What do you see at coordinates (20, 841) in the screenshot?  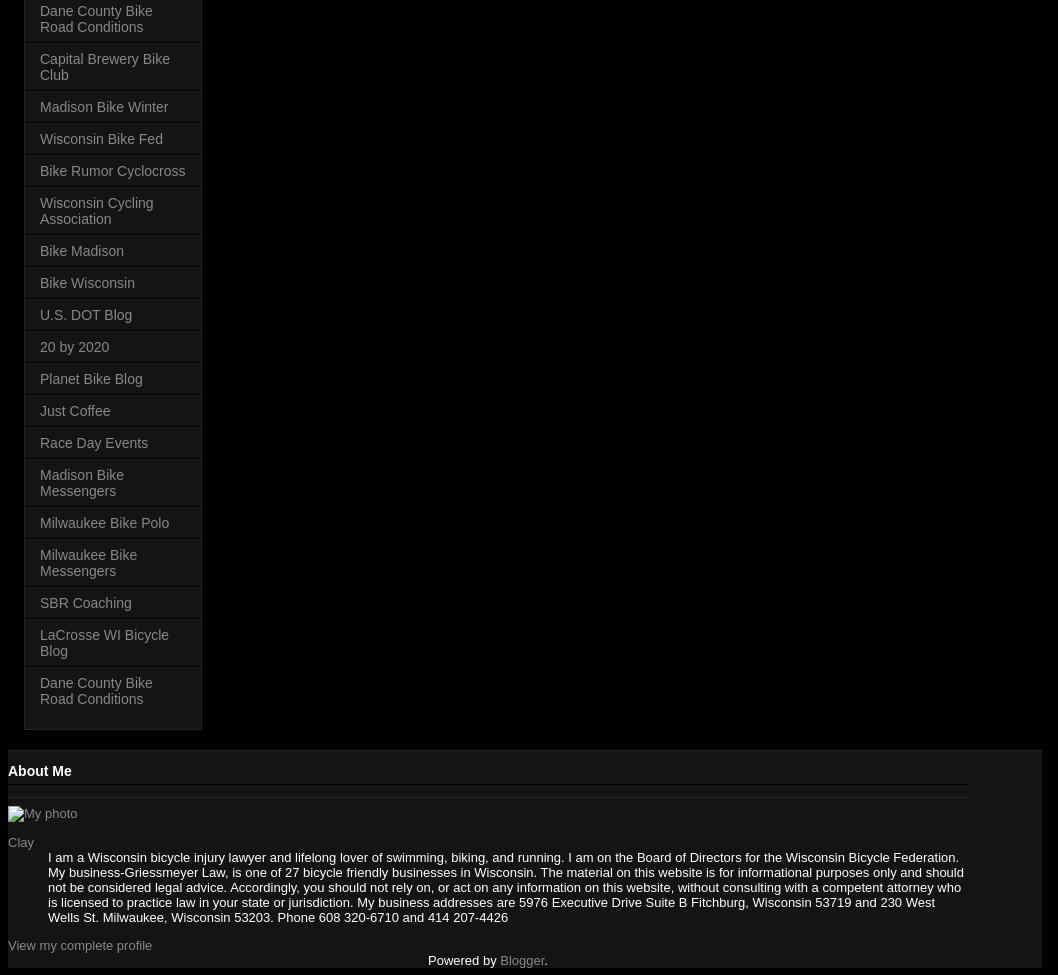 I see `'Clay'` at bounding box center [20, 841].